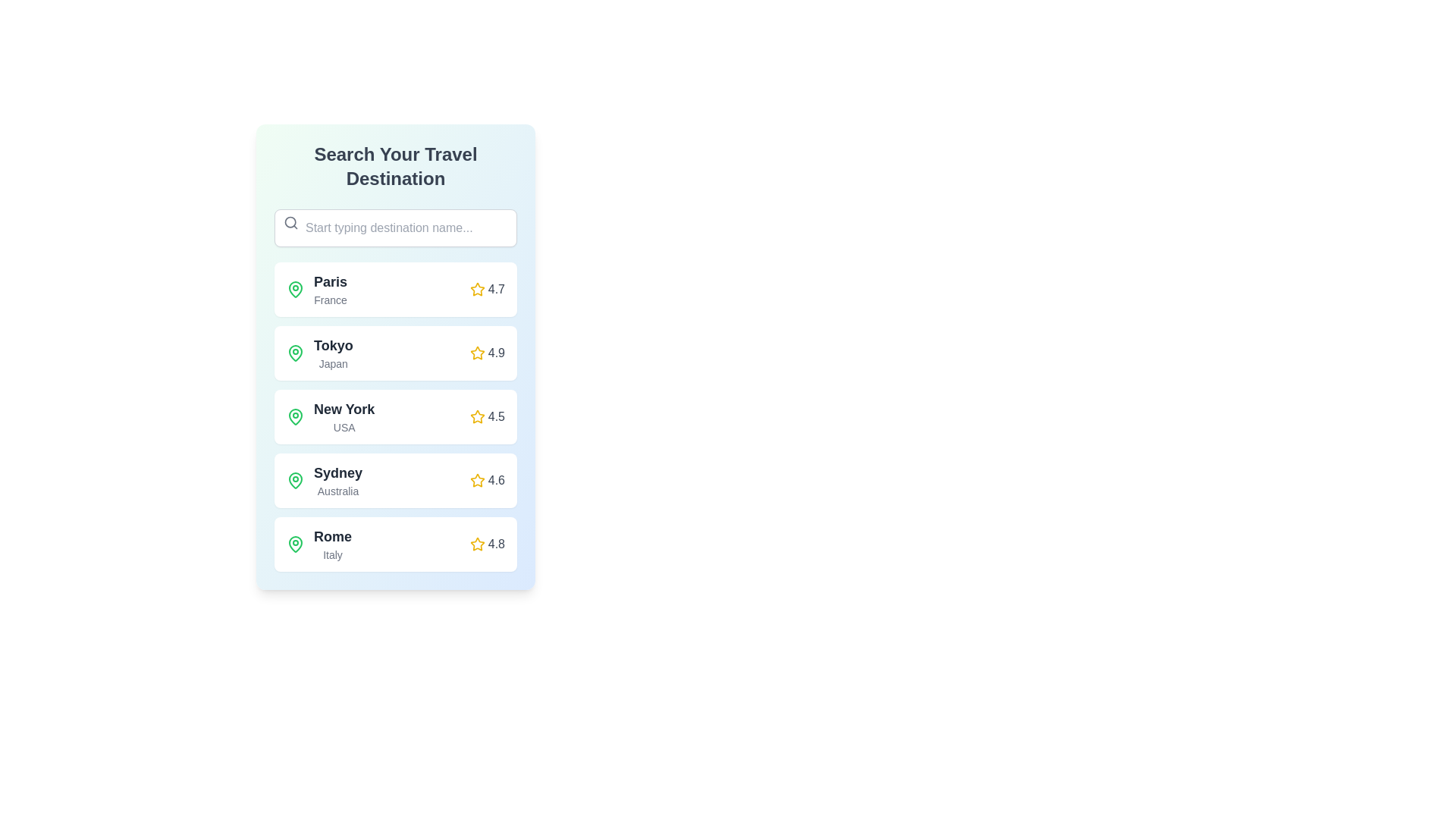 This screenshot has width=1456, height=819. What do you see at coordinates (396, 353) in the screenshot?
I see `the destination card for Tokyo, Japan, which is the second item in the list of destinations in the selection interface` at bounding box center [396, 353].